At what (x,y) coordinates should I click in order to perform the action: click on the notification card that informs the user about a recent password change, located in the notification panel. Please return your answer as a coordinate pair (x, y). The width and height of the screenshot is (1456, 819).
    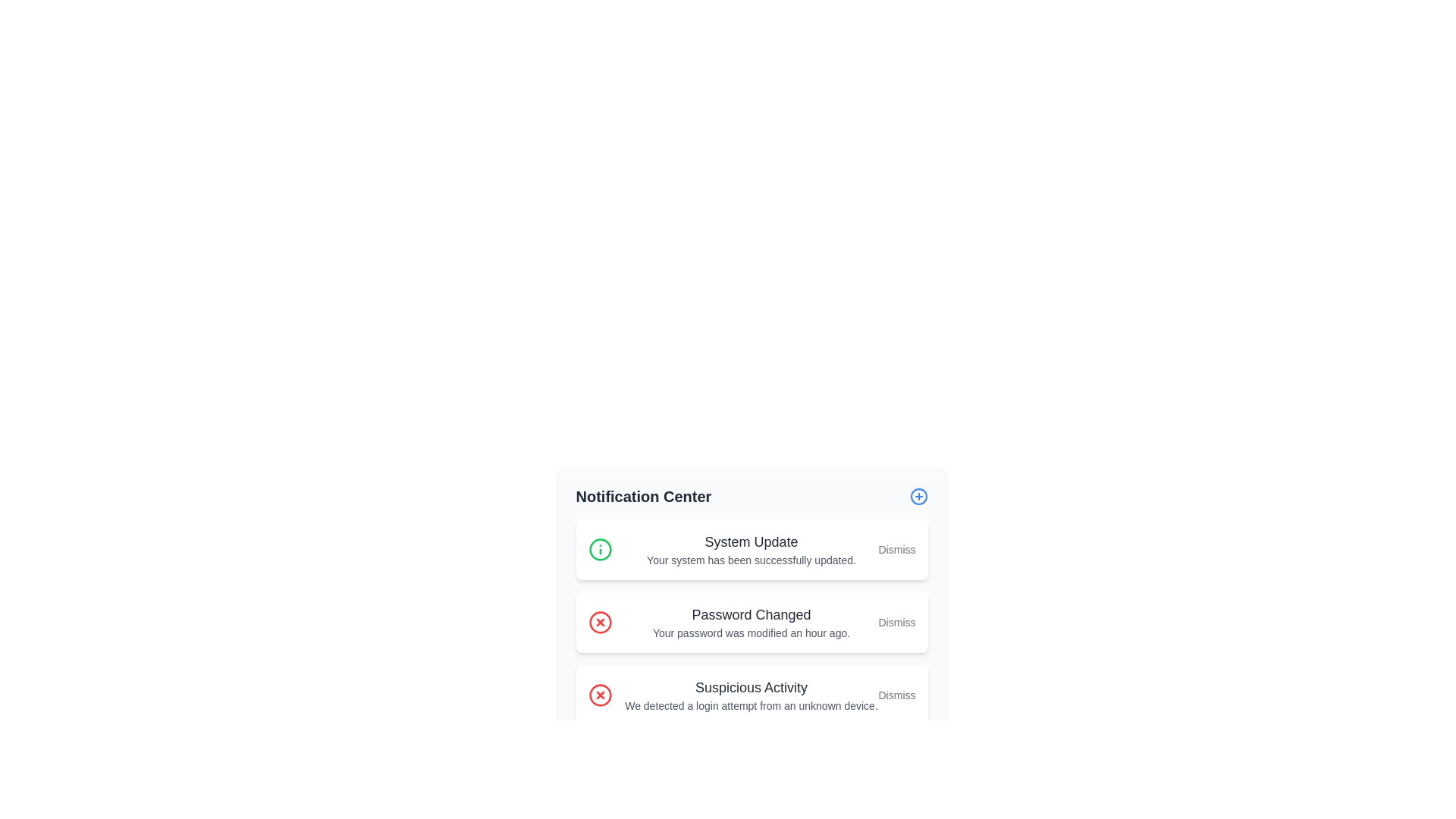
    Looking at the image, I should click on (752, 623).